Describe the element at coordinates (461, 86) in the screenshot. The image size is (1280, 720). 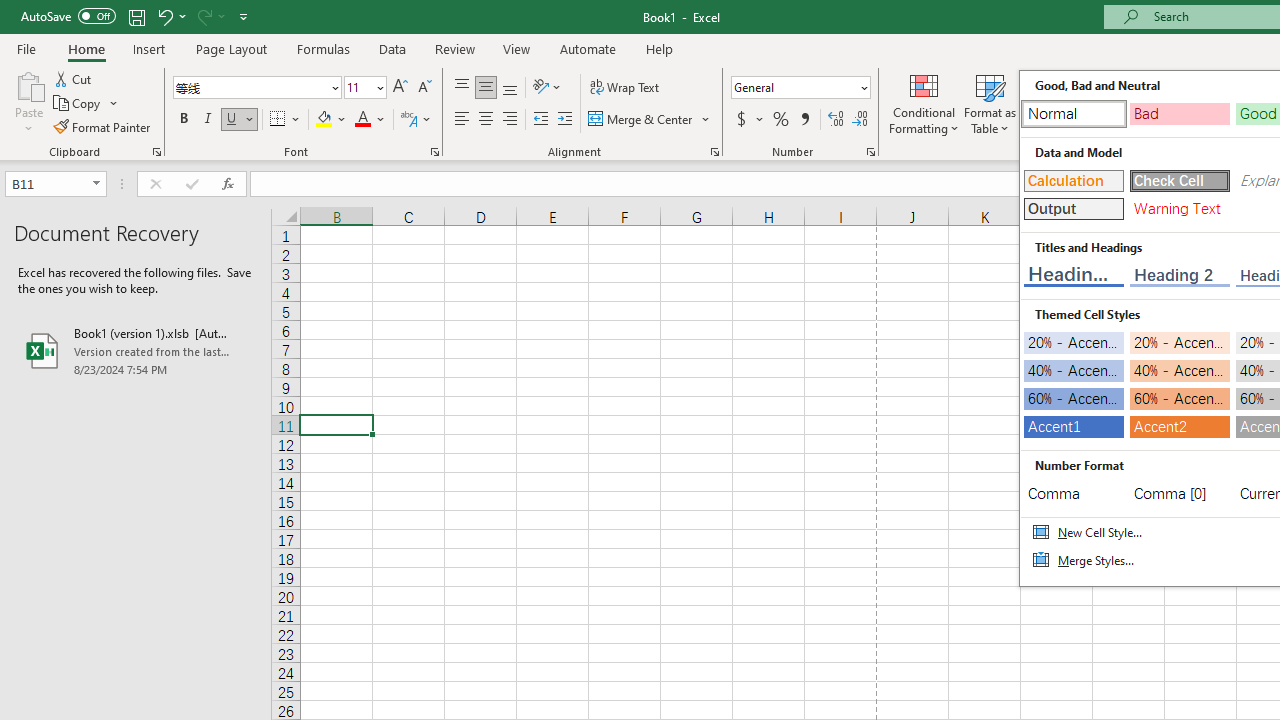
I see `'Top Align'` at that location.